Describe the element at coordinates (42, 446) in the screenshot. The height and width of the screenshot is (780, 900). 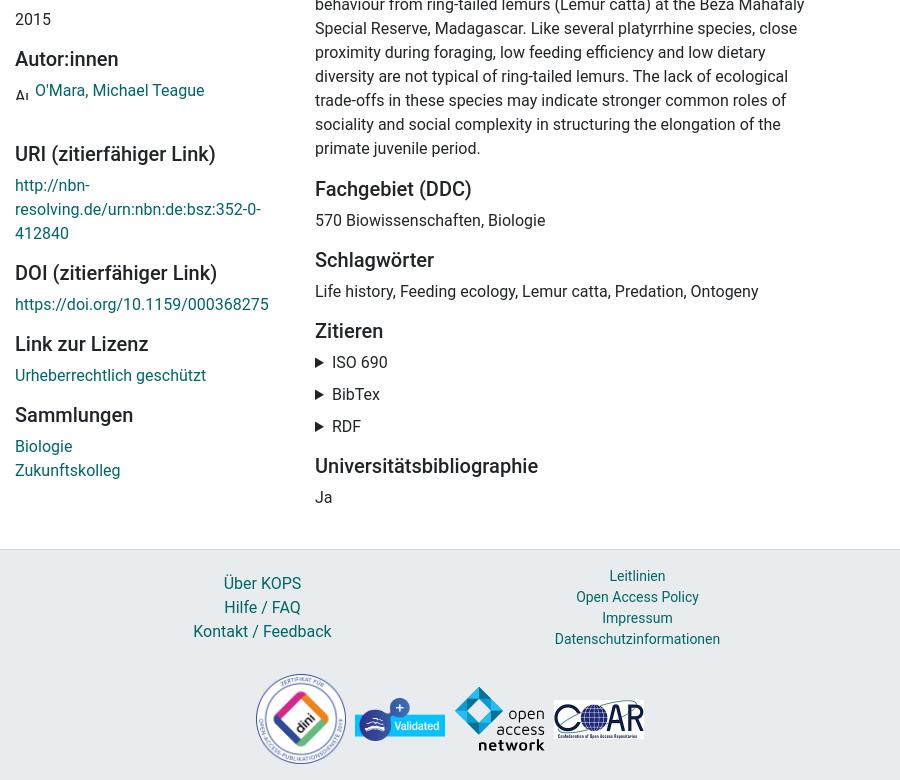
I see `'Biologie'` at that location.